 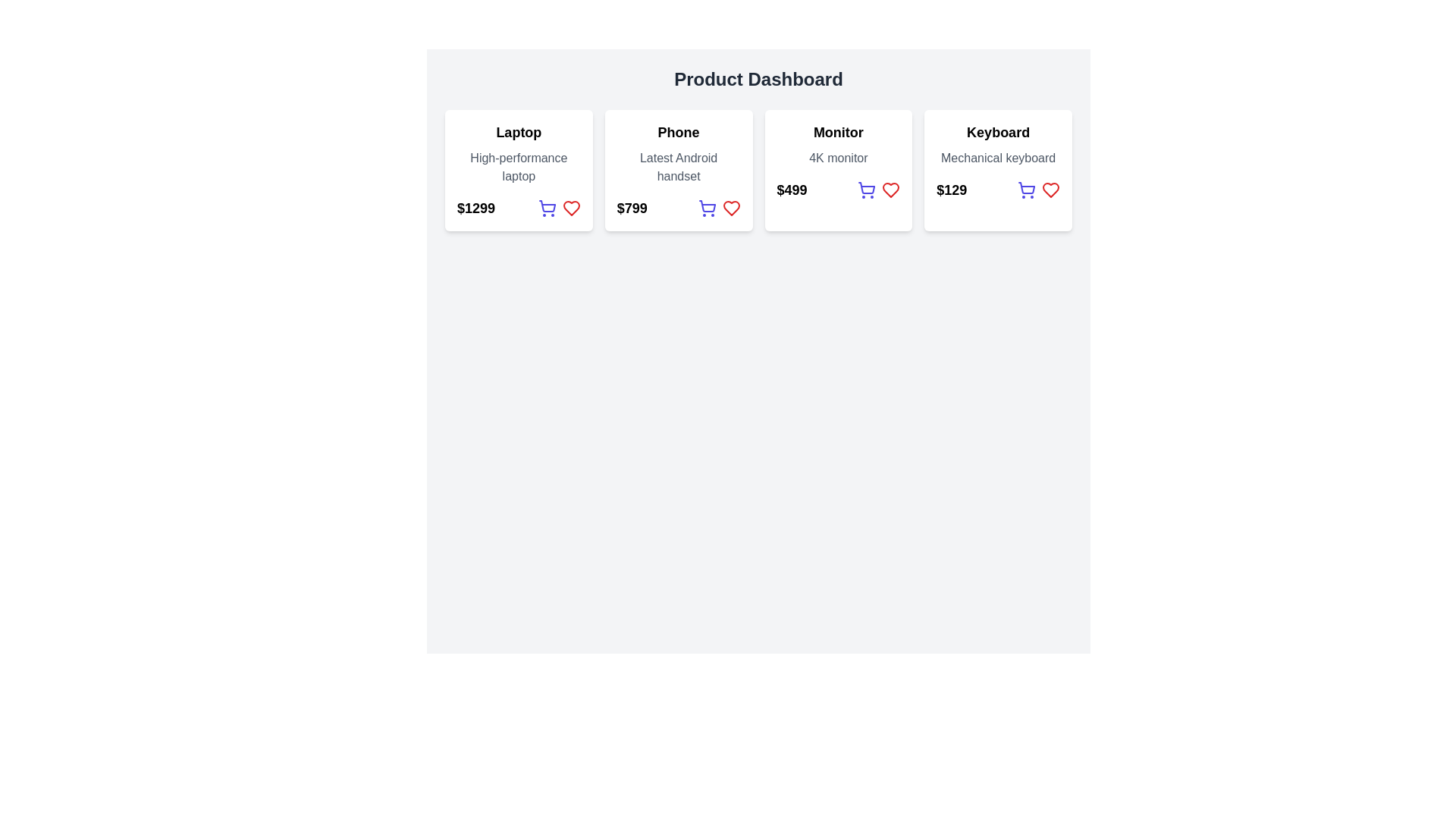 What do you see at coordinates (570, 208) in the screenshot?
I see `the heart-shaped icon button located at the bottom-right corner of the 'Laptop' product card` at bounding box center [570, 208].